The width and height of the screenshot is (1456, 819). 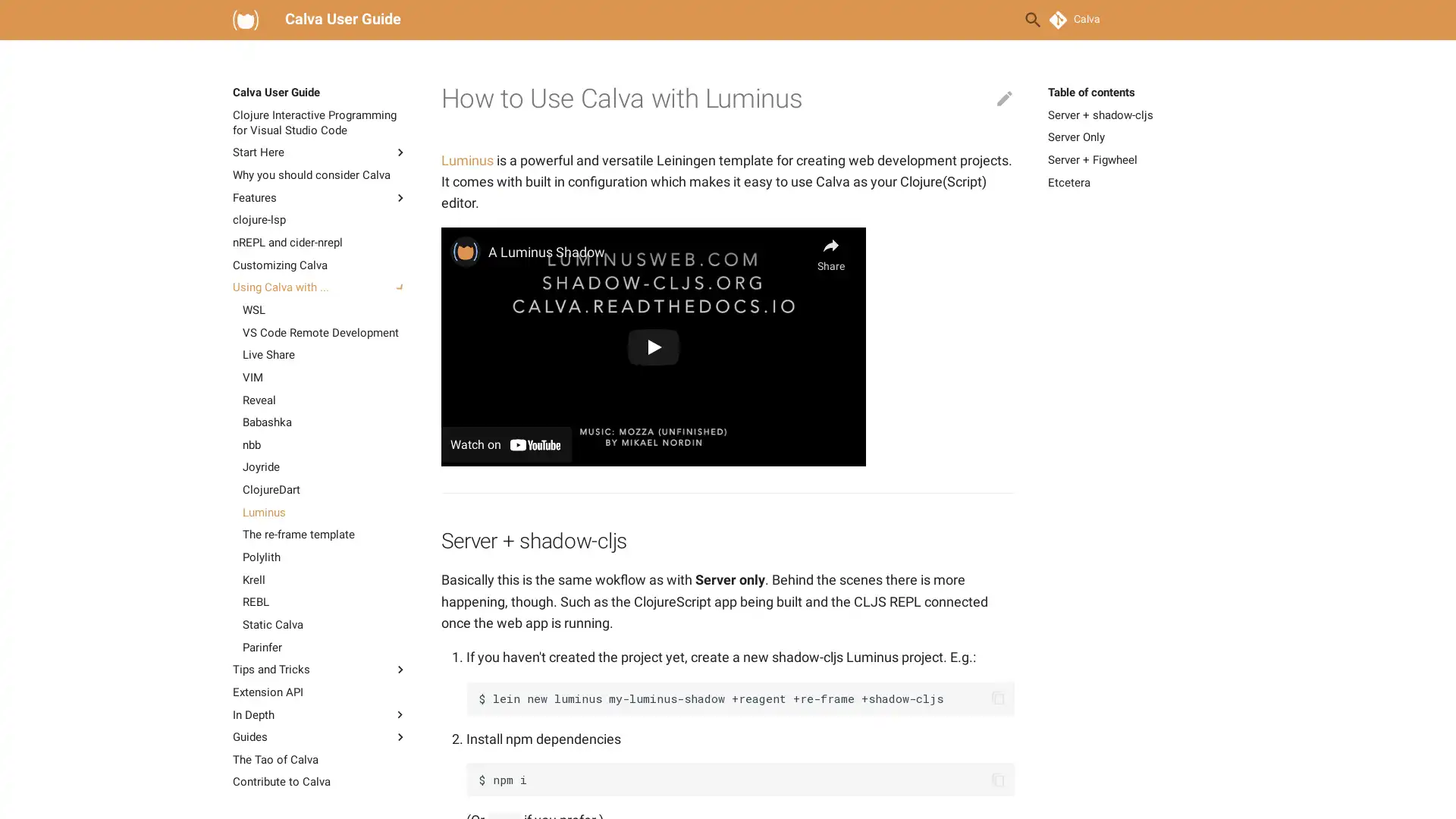 I want to click on Clear, so click(x=996, y=20).